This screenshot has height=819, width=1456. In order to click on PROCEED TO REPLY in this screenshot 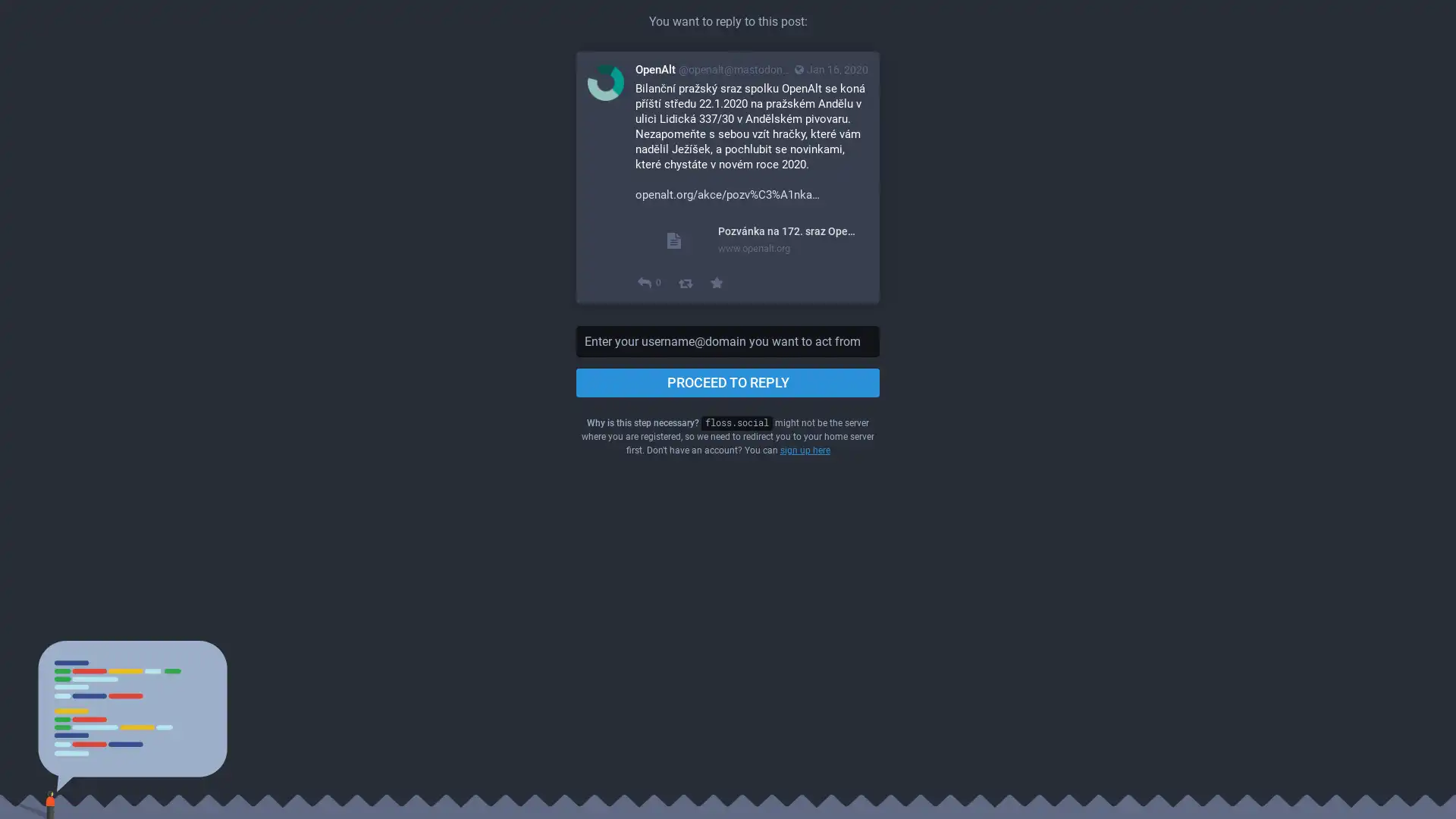, I will do `click(728, 382)`.